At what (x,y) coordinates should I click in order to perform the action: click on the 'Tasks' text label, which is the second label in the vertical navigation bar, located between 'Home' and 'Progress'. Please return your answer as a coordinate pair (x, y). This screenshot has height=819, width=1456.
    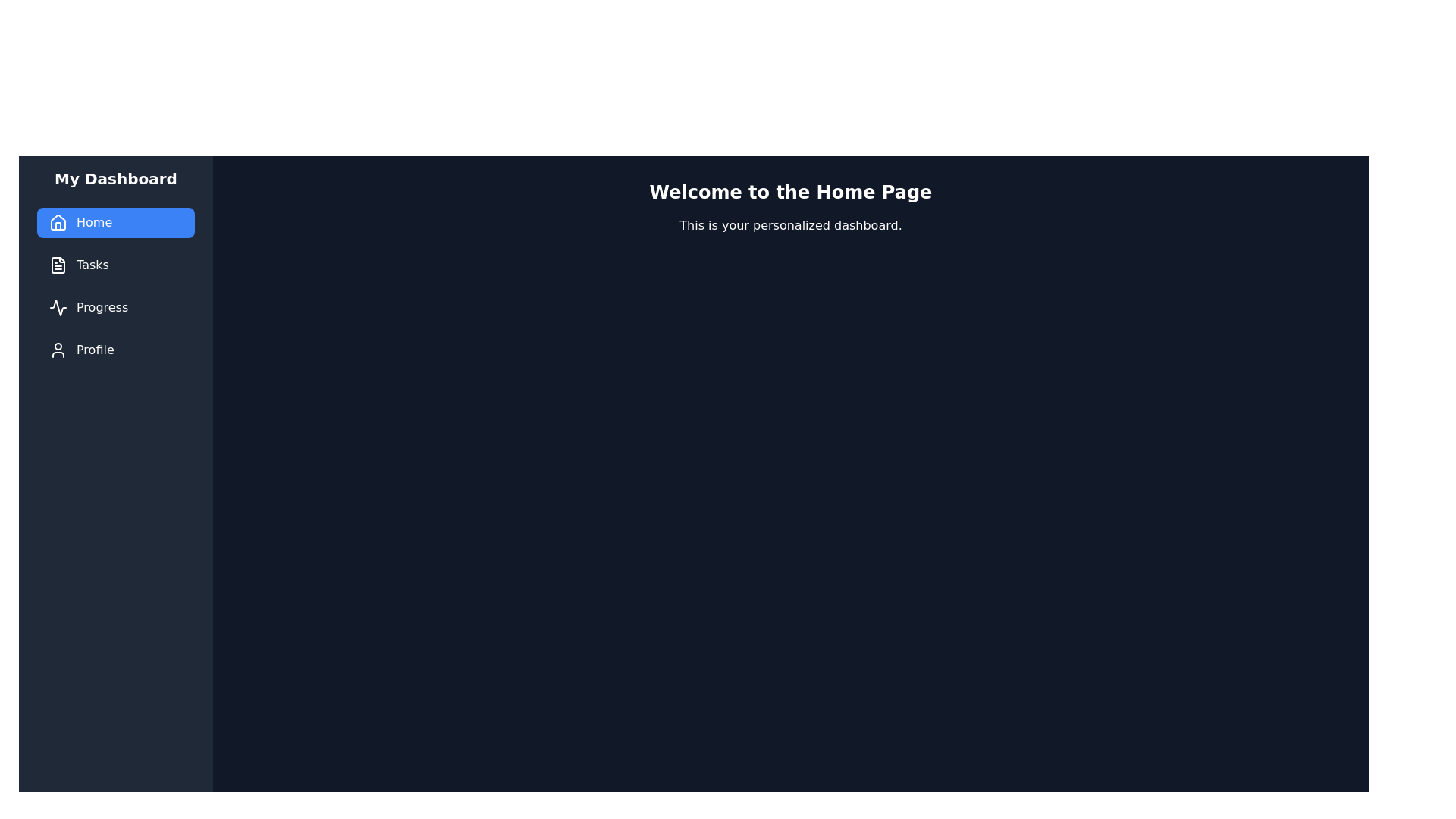
    Looking at the image, I should click on (92, 265).